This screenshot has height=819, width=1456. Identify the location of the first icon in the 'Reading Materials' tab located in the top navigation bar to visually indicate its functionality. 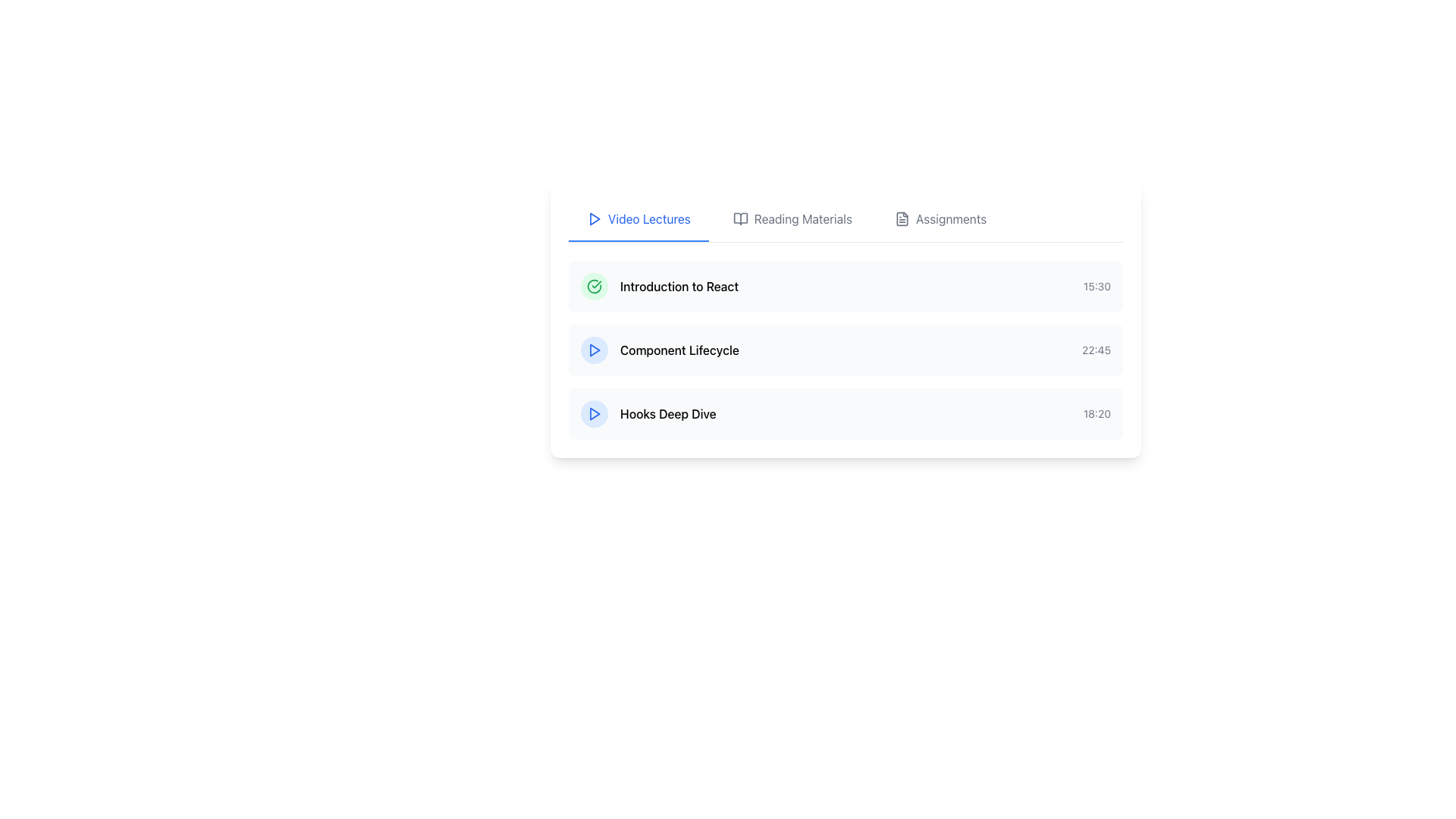
(740, 219).